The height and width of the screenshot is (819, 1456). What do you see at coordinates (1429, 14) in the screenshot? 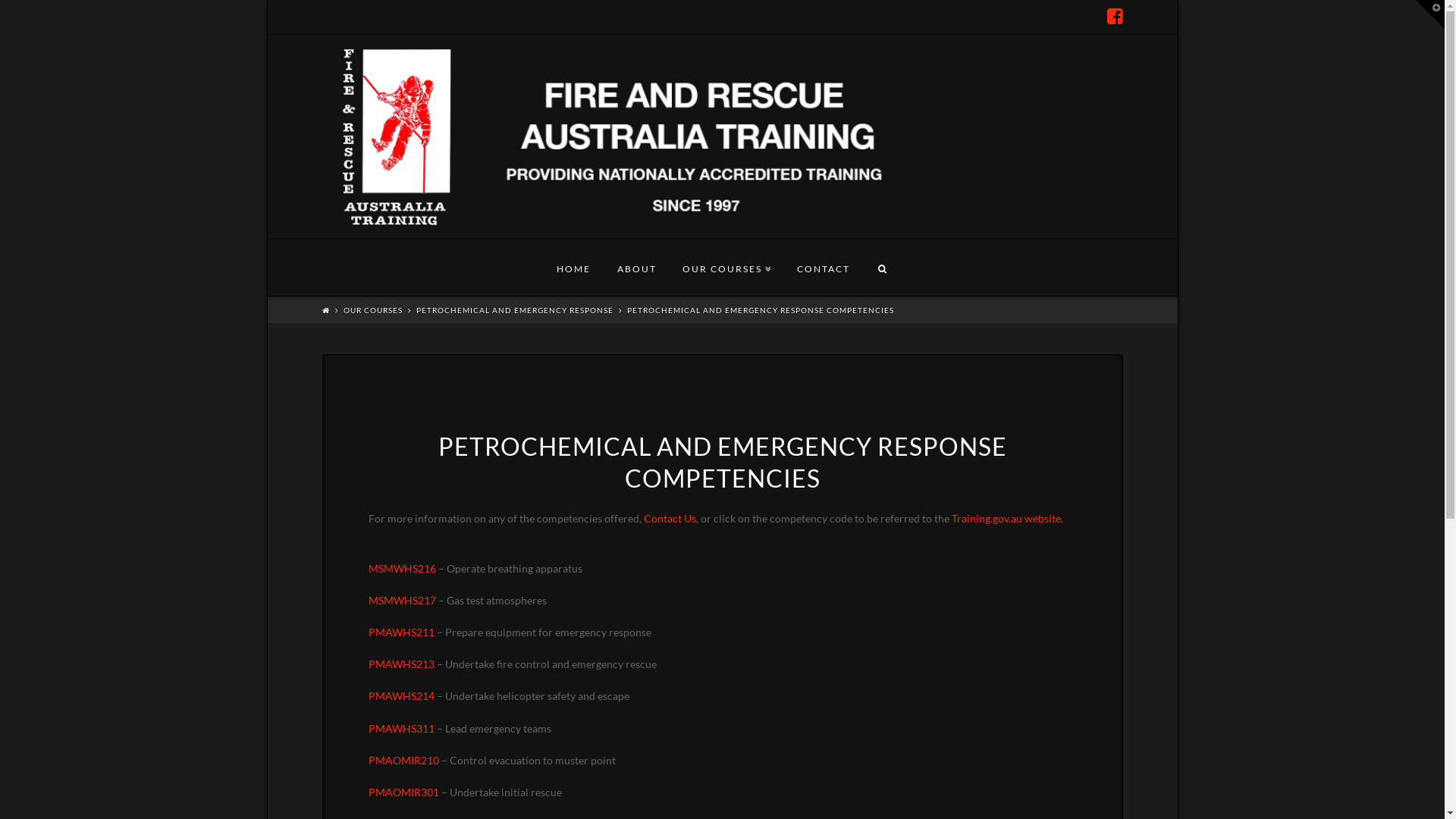
I see `'Toggle the Widgetbar'` at bounding box center [1429, 14].